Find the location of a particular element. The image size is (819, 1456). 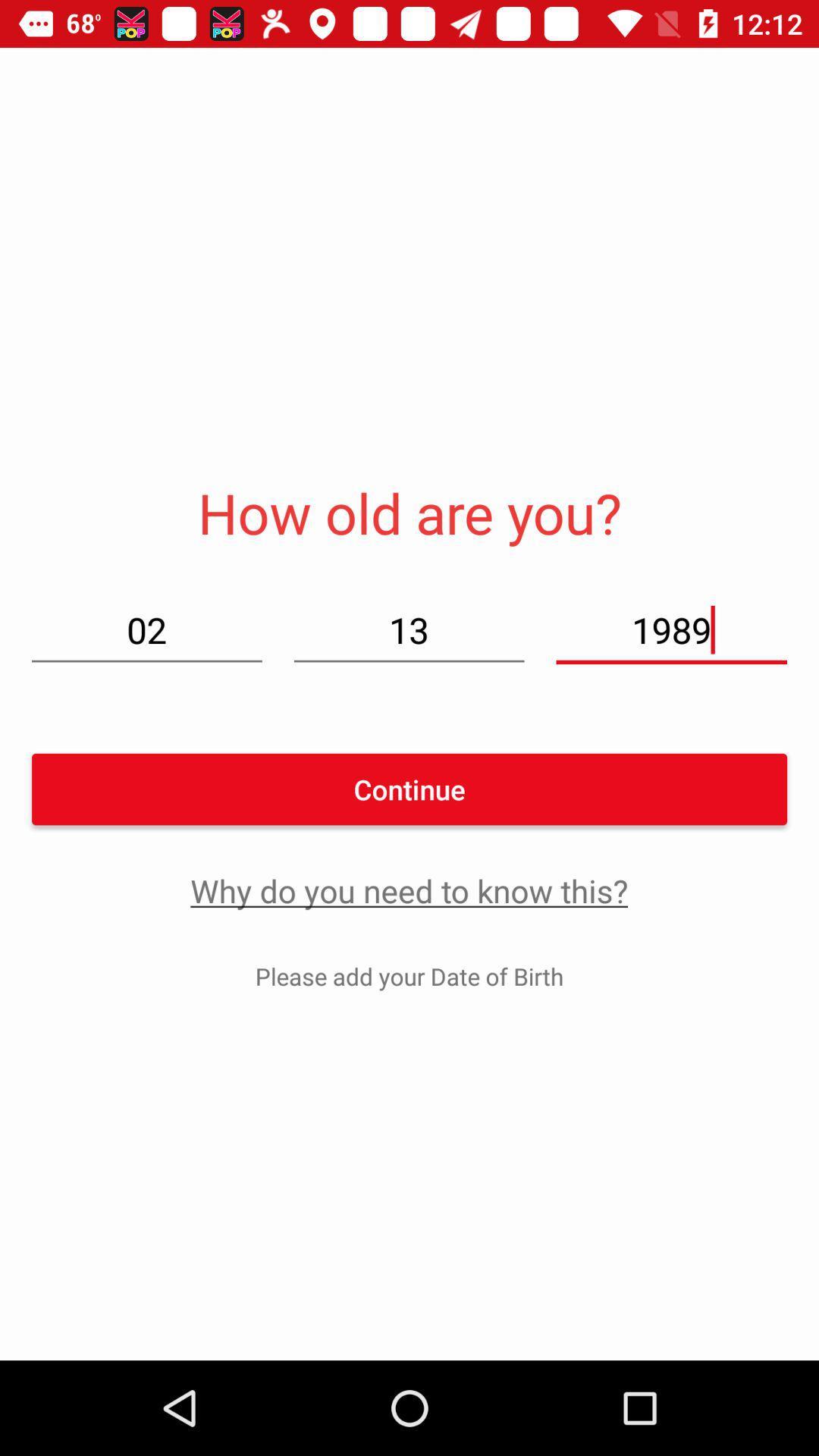

1989 icon is located at coordinates (670, 629).